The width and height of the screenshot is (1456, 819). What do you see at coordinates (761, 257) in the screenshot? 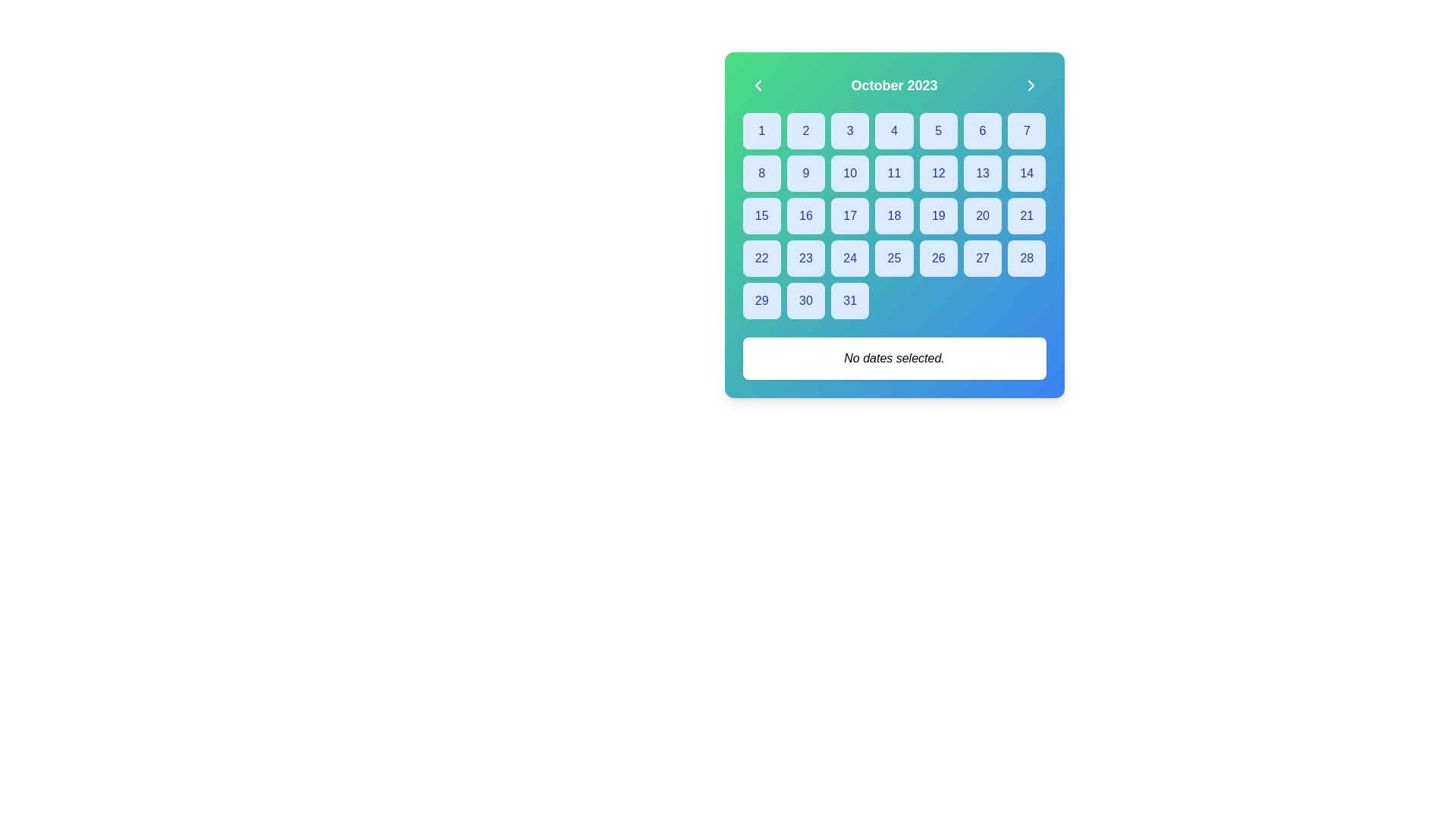
I see `the button representing the 22nd of October 2023` at bounding box center [761, 257].